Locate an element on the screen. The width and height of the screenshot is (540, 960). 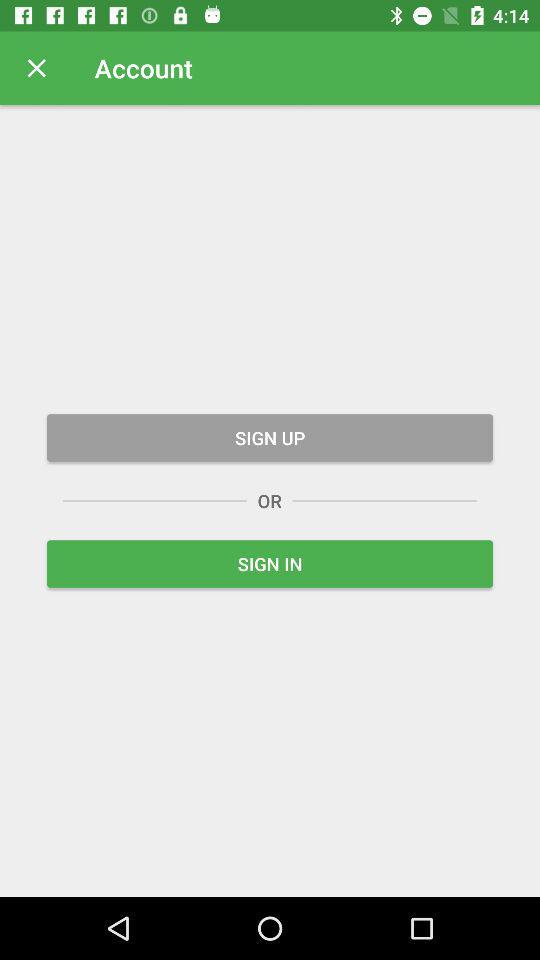
icon next to account icon is located at coordinates (36, 68).